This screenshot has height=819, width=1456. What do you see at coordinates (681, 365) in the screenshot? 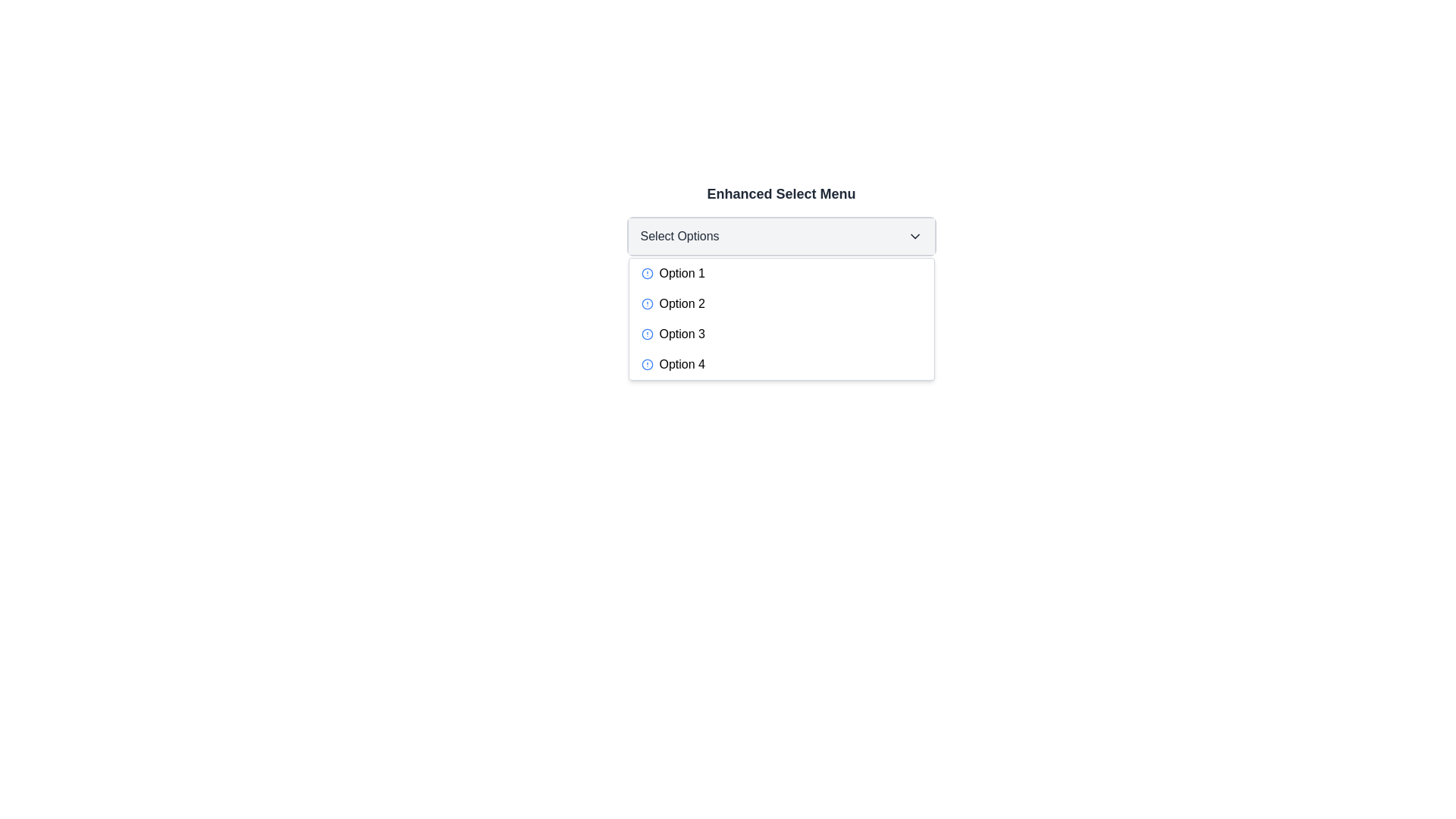
I see `to select the fourth option in the dropdown menu, located directly below 'Option 3'` at bounding box center [681, 365].